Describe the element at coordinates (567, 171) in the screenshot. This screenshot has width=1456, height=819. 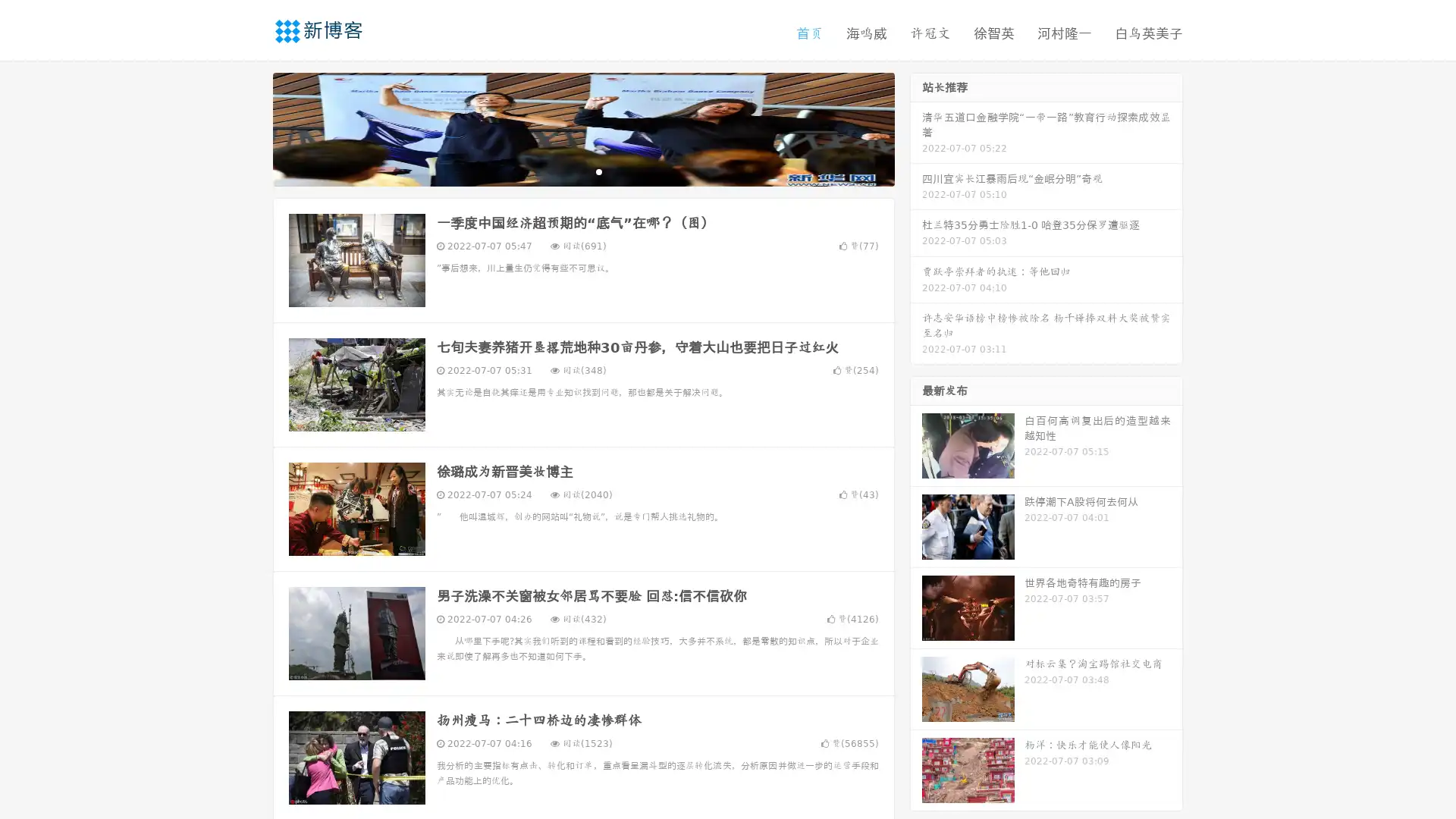
I see `Go to slide 1` at that location.